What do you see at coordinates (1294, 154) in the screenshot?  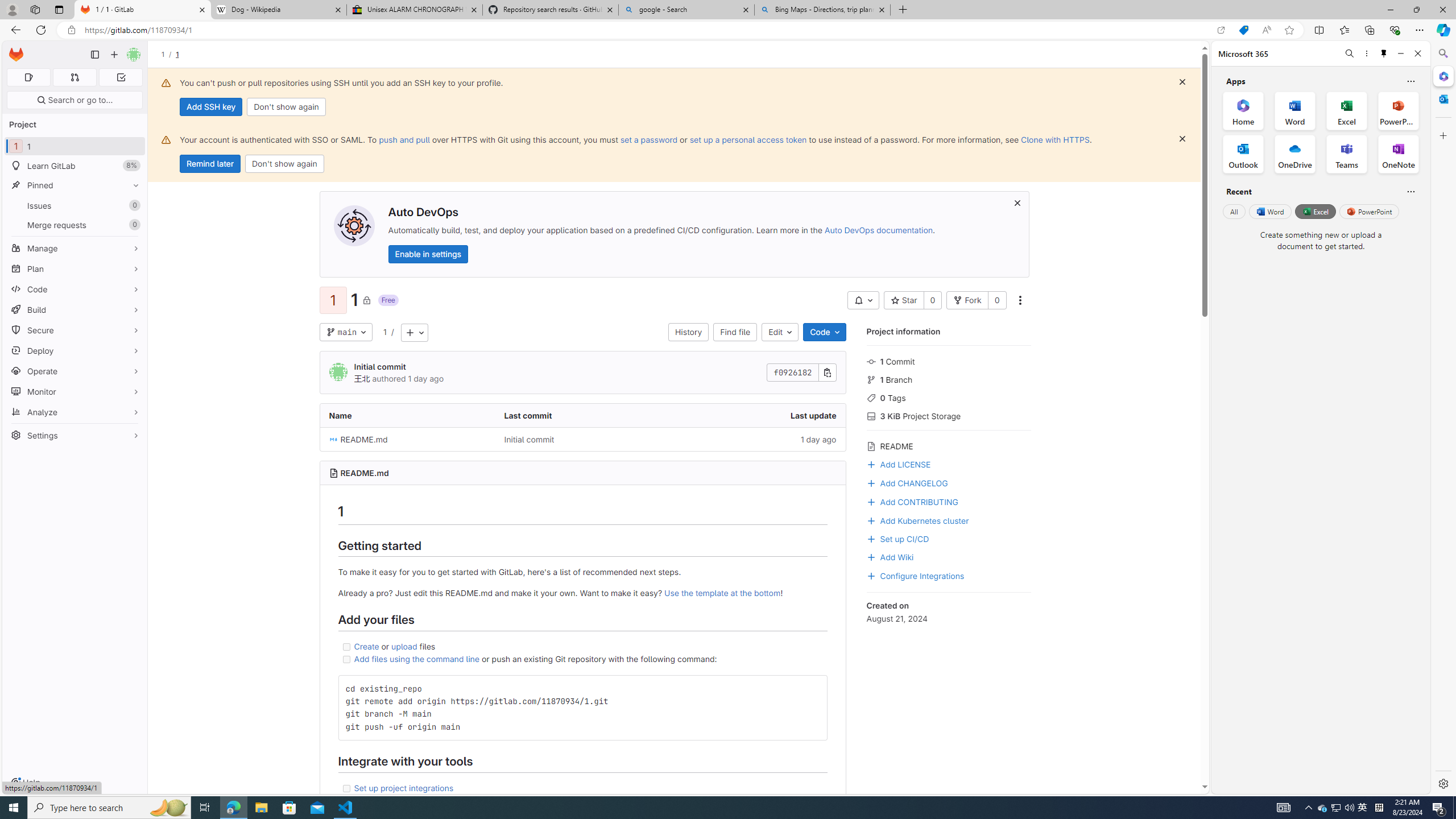 I see `'OneDrive Office App'` at bounding box center [1294, 154].